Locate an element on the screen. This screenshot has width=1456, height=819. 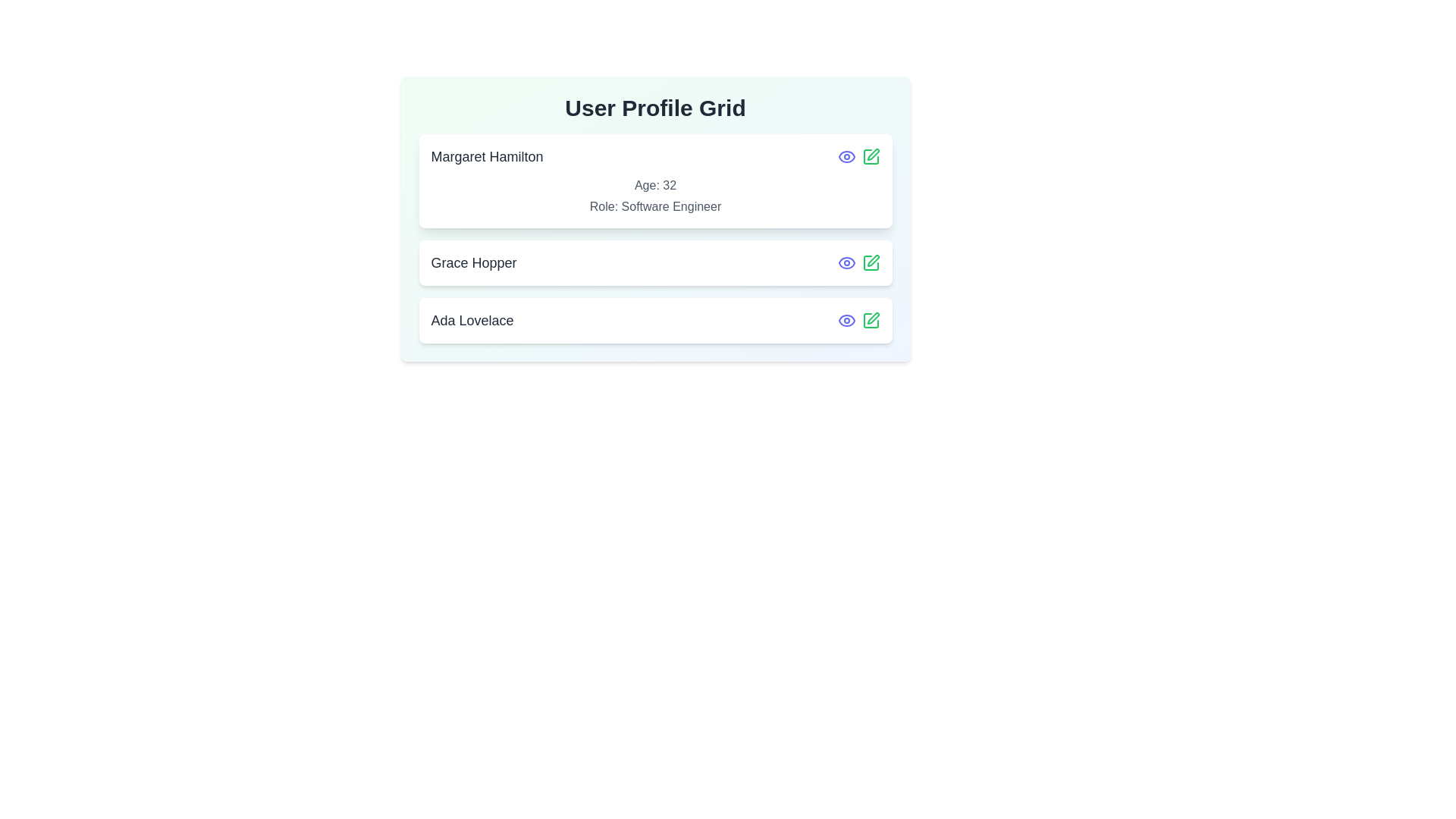
eye icon for the profile of Grace Hopper is located at coordinates (846, 262).